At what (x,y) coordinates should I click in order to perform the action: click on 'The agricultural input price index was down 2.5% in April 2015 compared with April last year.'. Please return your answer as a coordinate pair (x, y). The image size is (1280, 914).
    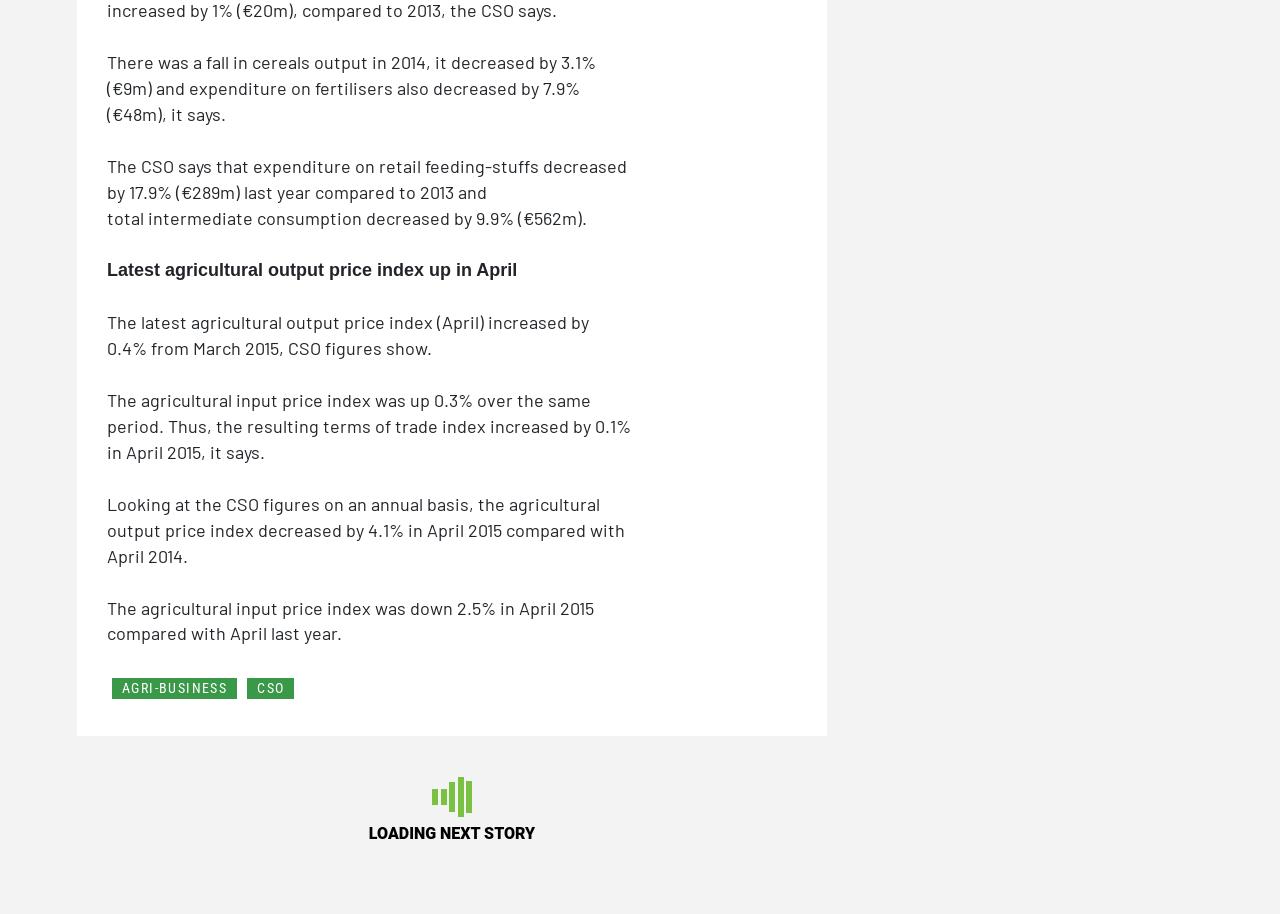
    Looking at the image, I should click on (350, 618).